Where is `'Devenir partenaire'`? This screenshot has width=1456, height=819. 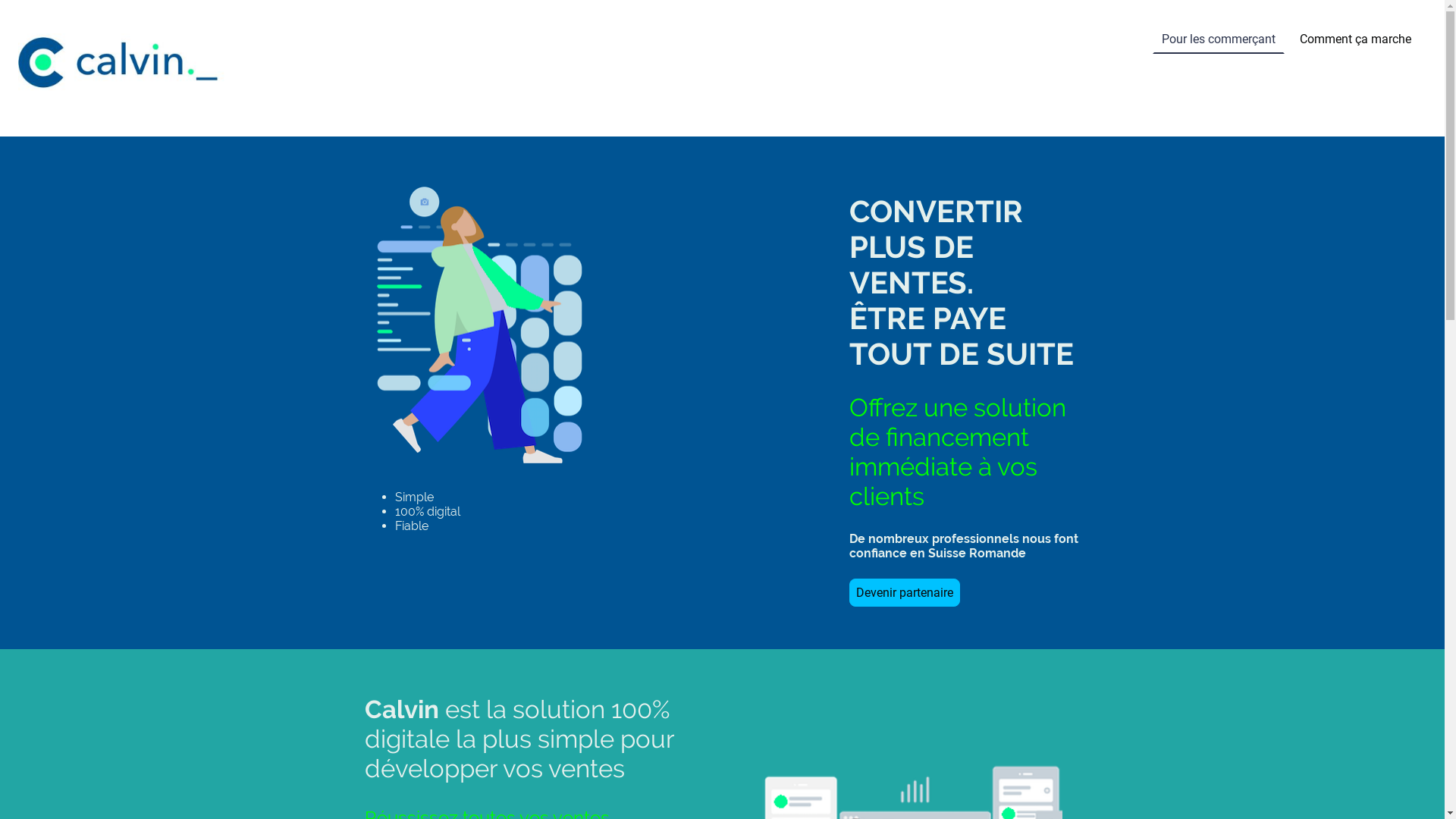
'Devenir partenaire' is located at coordinates (905, 591).